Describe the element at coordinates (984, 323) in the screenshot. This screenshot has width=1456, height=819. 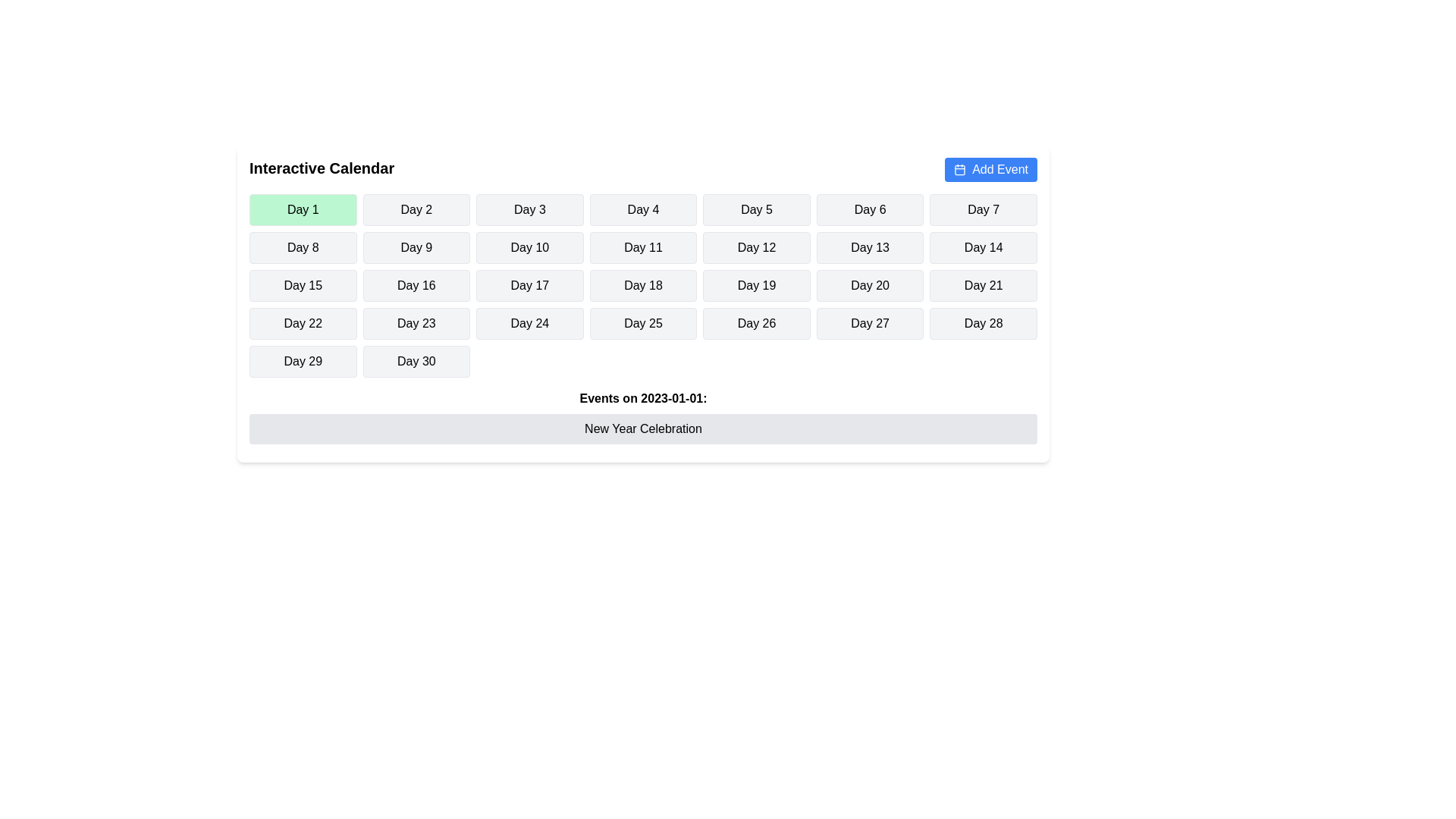
I see `the rectangular button labeled 'Day 28' with a light gray background` at that location.